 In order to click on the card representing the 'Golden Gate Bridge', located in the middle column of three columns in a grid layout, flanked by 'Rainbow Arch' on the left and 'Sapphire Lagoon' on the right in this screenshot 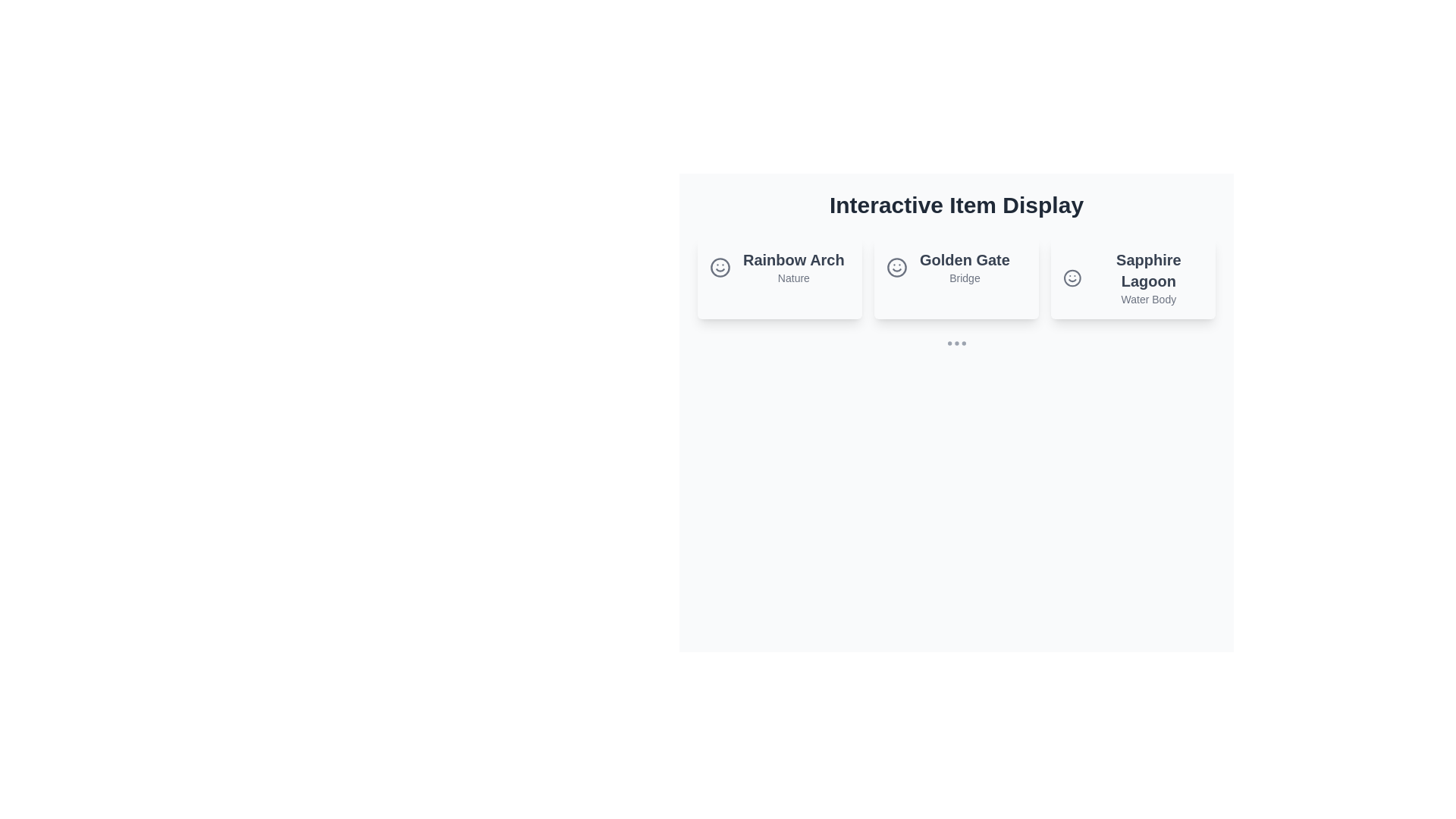, I will do `click(955, 278)`.